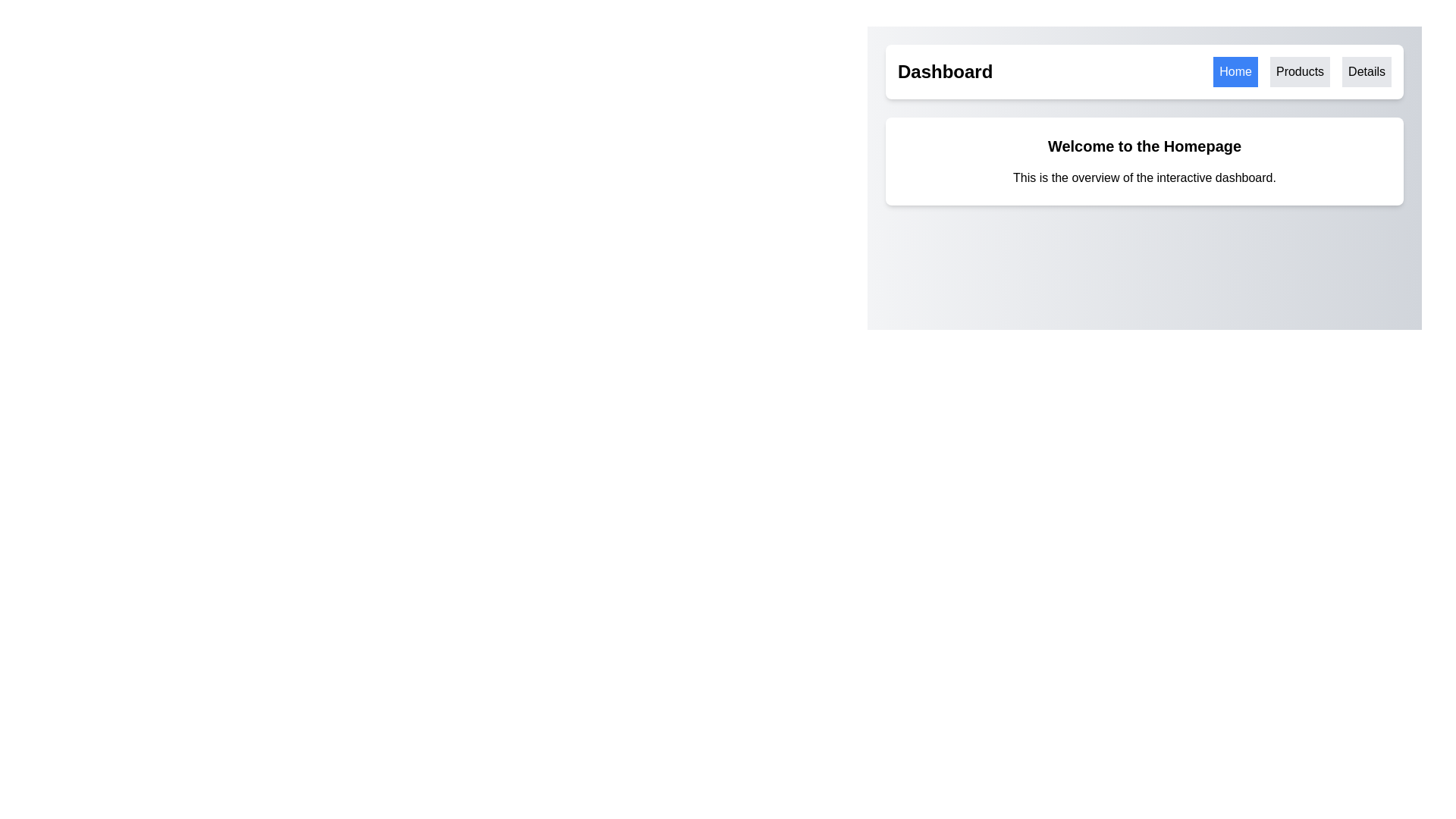 This screenshot has width=1456, height=819. I want to click on the static text label that provides informational context about the interactive dashboard, located immediately below the 'Welcome to the Homepage.' text, so click(1144, 177).